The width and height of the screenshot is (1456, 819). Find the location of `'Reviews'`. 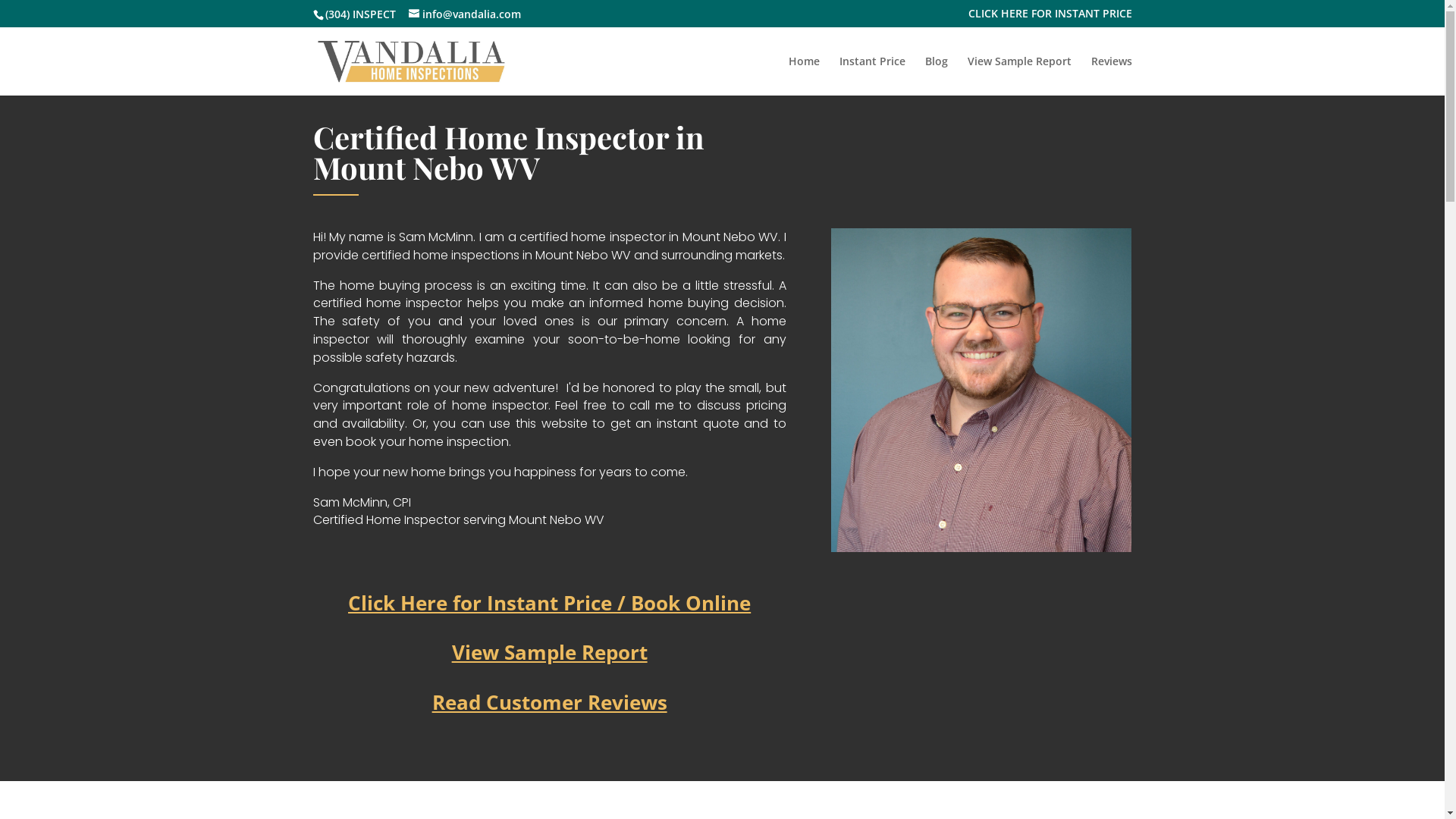

'Reviews' is located at coordinates (1090, 76).